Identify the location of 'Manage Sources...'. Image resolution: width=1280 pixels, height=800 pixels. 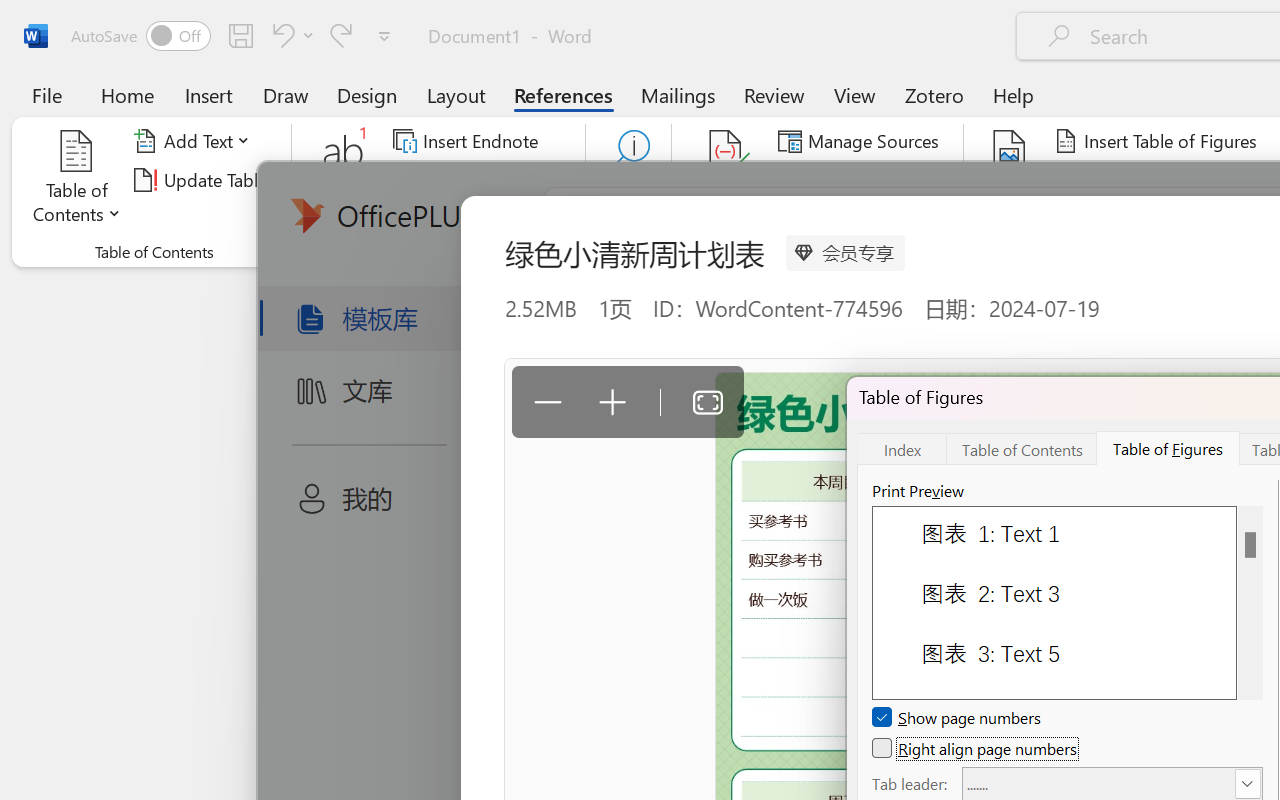
(862, 141).